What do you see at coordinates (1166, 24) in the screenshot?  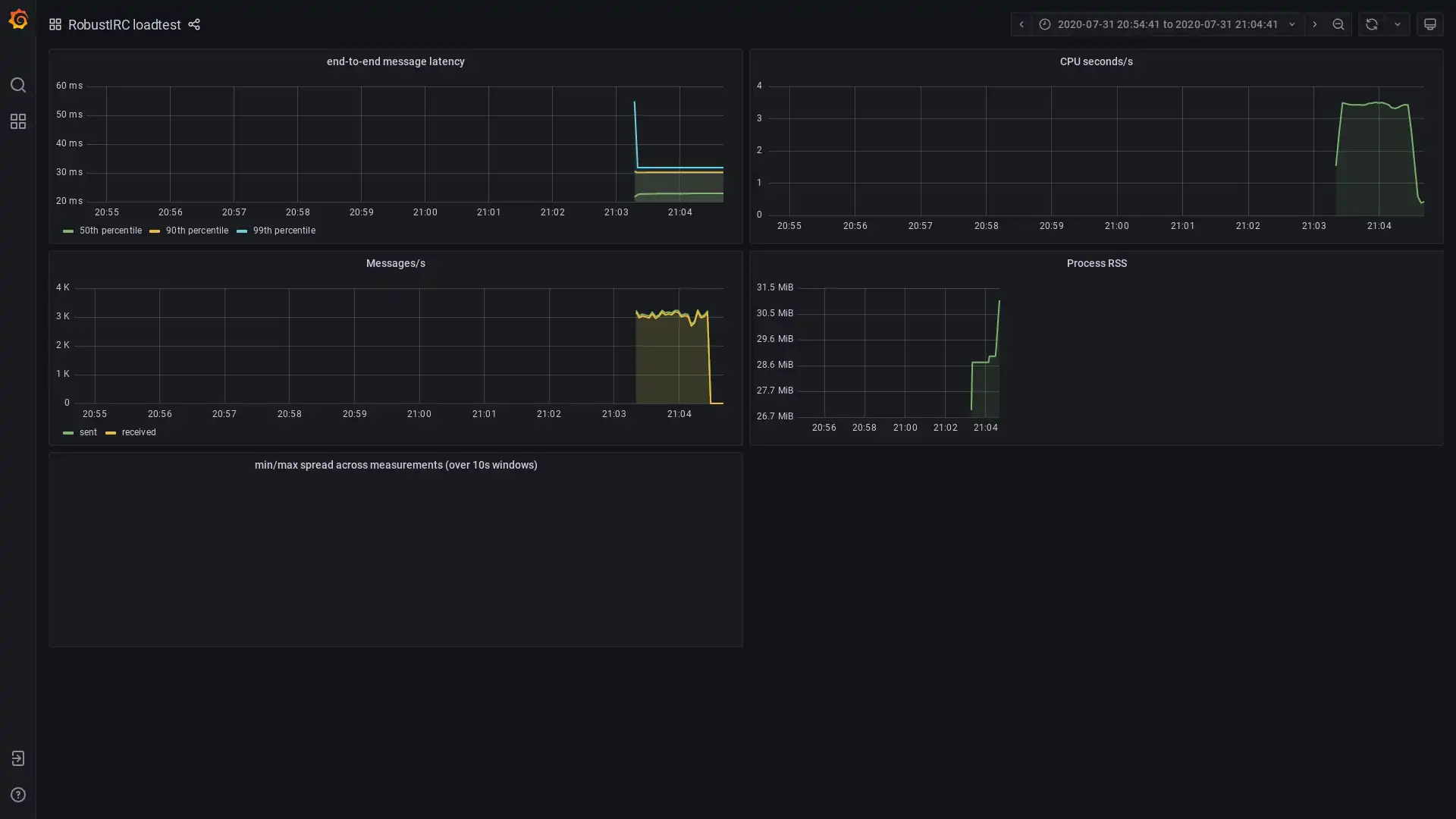 I see `Time range picker with current time range 2020-07-31 20:54:41 to 2020-07-31 21:04:41 selected` at bounding box center [1166, 24].